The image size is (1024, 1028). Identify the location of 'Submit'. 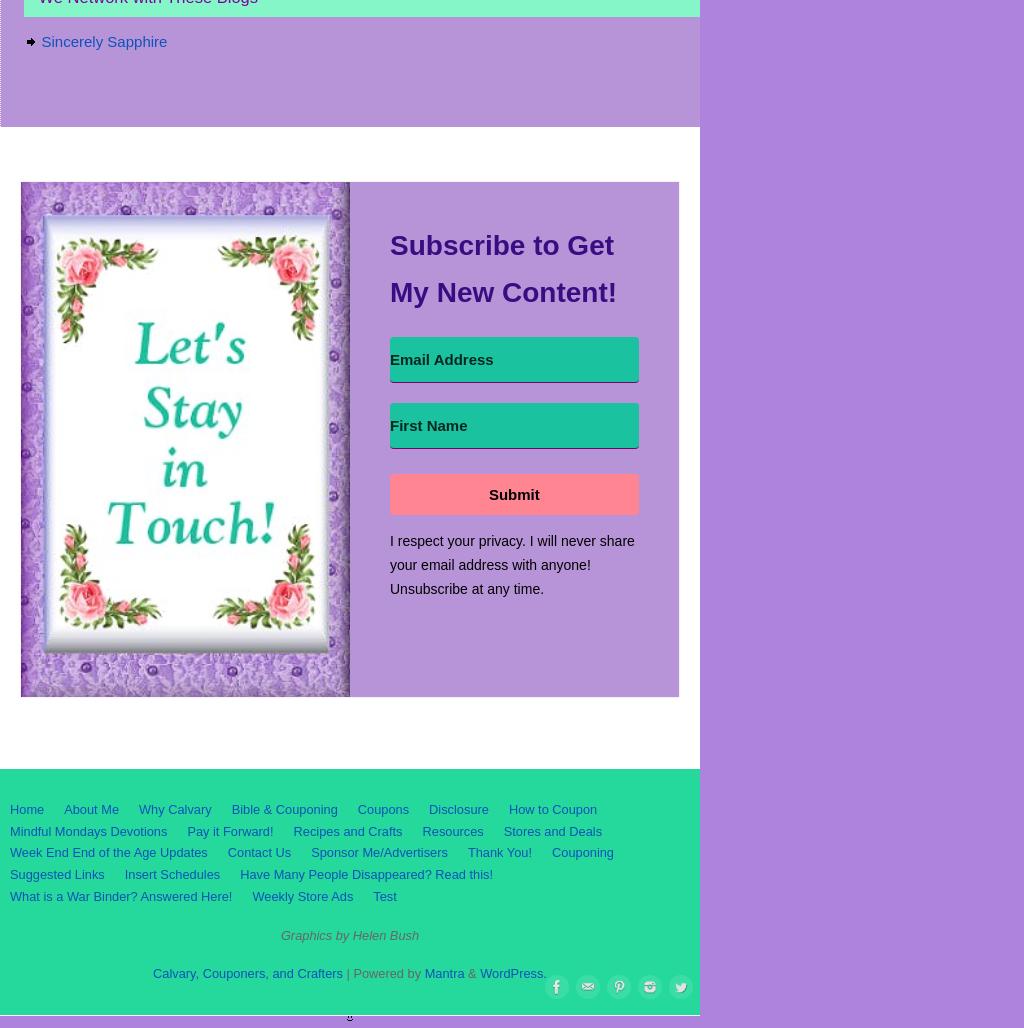
(513, 492).